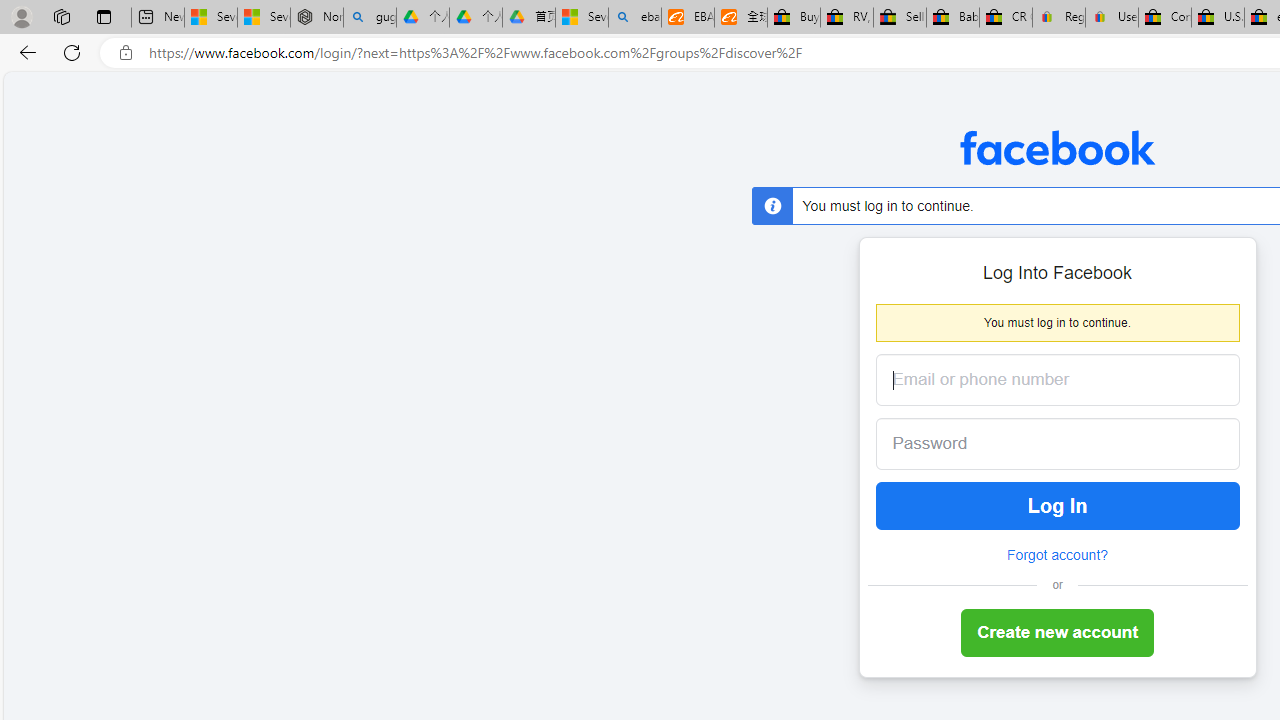 The image size is (1280, 720). Describe the element at coordinates (1041, 443) in the screenshot. I see `'Password'` at that location.